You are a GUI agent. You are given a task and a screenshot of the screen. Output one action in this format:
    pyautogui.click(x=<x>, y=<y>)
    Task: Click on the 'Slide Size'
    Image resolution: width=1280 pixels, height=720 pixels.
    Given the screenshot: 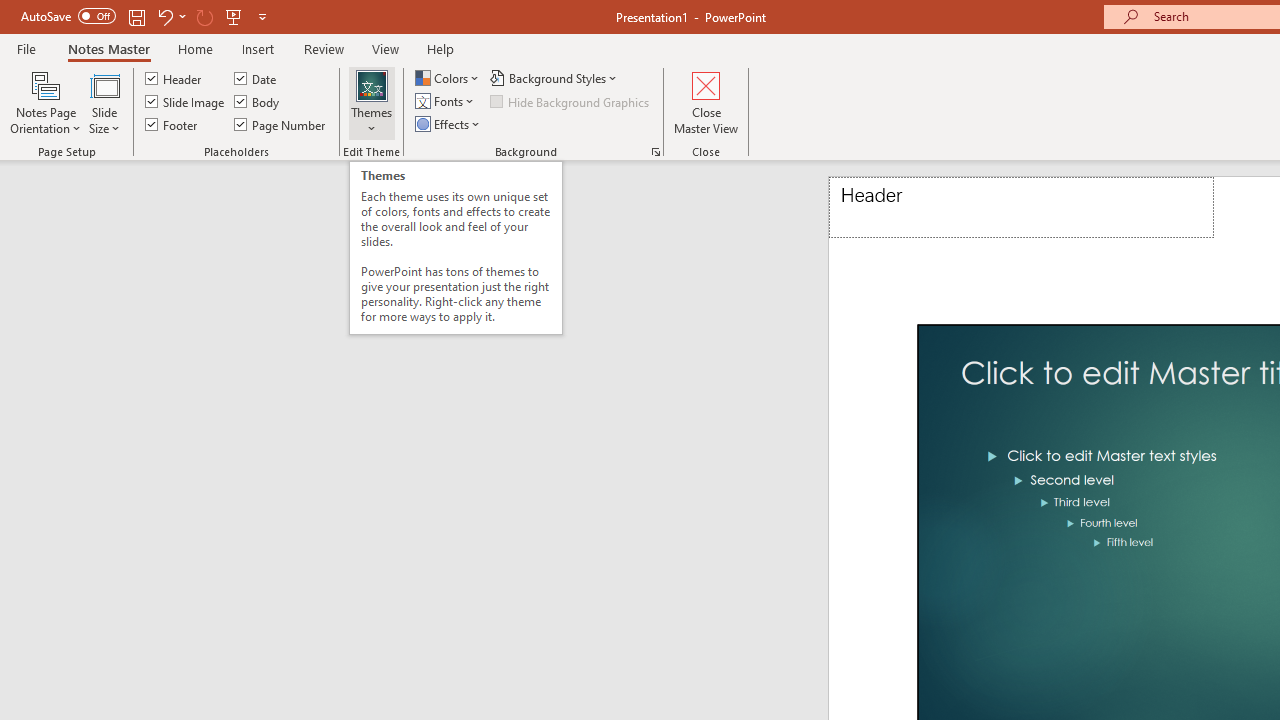 What is the action you would take?
    pyautogui.click(x=103, y=103)
    